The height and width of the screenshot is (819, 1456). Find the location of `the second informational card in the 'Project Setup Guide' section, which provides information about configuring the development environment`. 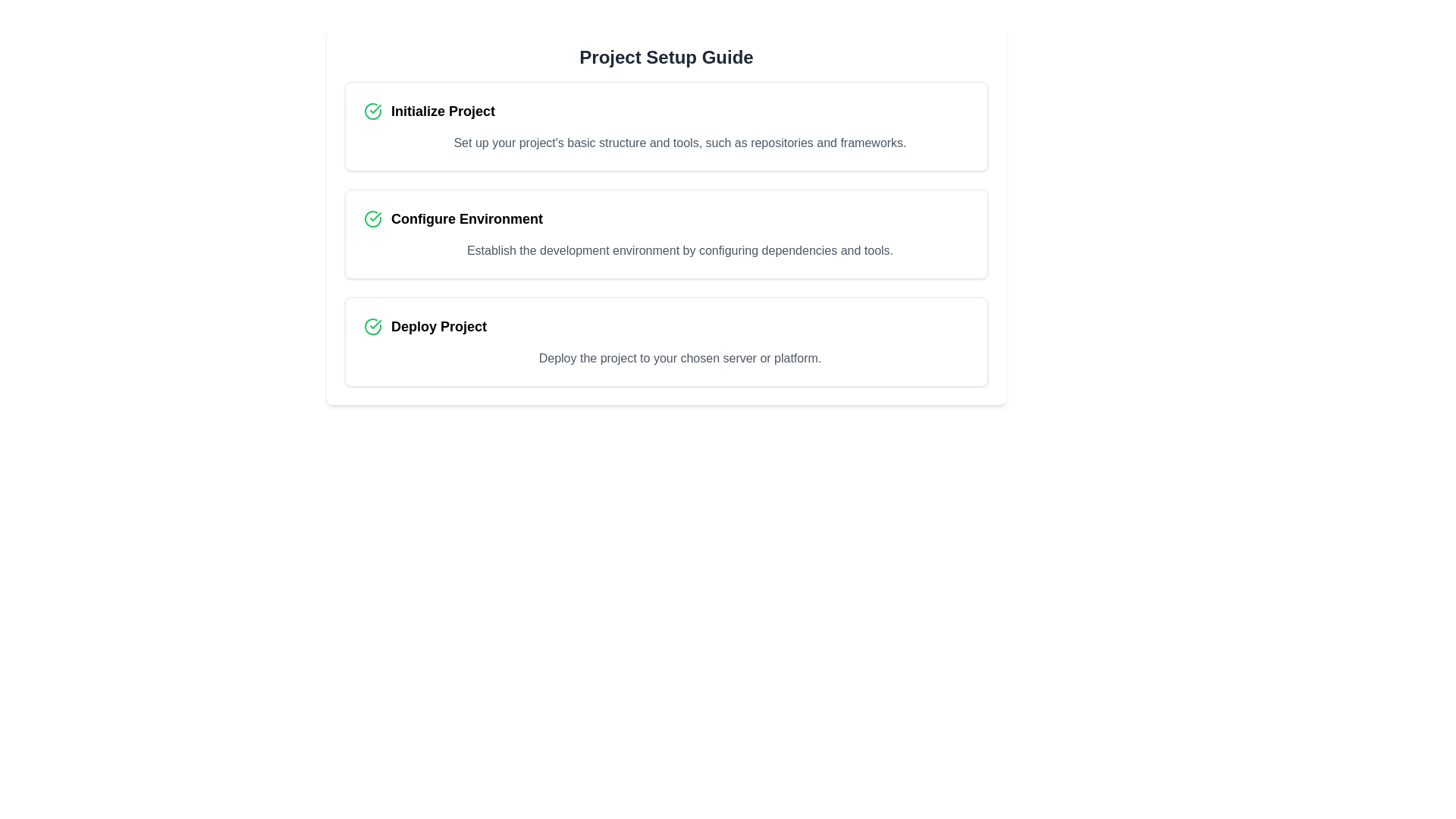

the second informational card in the 'Project Setup Guide' section, which provides information about configuring the development environment is located at coordinates (666, 234).